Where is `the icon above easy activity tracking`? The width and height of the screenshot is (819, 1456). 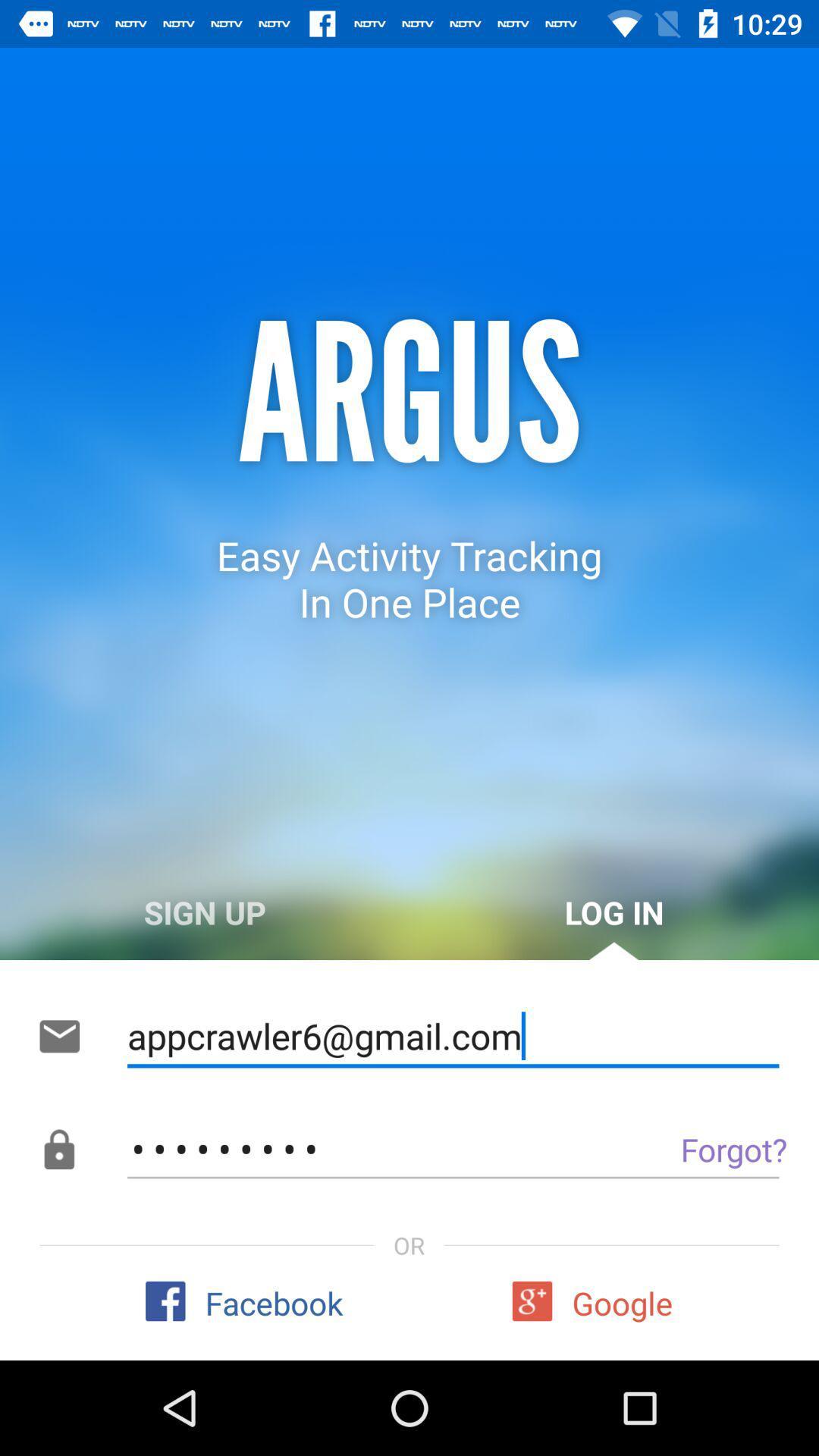 the icon above easy activity tracking is located at coordinates (409, 396).